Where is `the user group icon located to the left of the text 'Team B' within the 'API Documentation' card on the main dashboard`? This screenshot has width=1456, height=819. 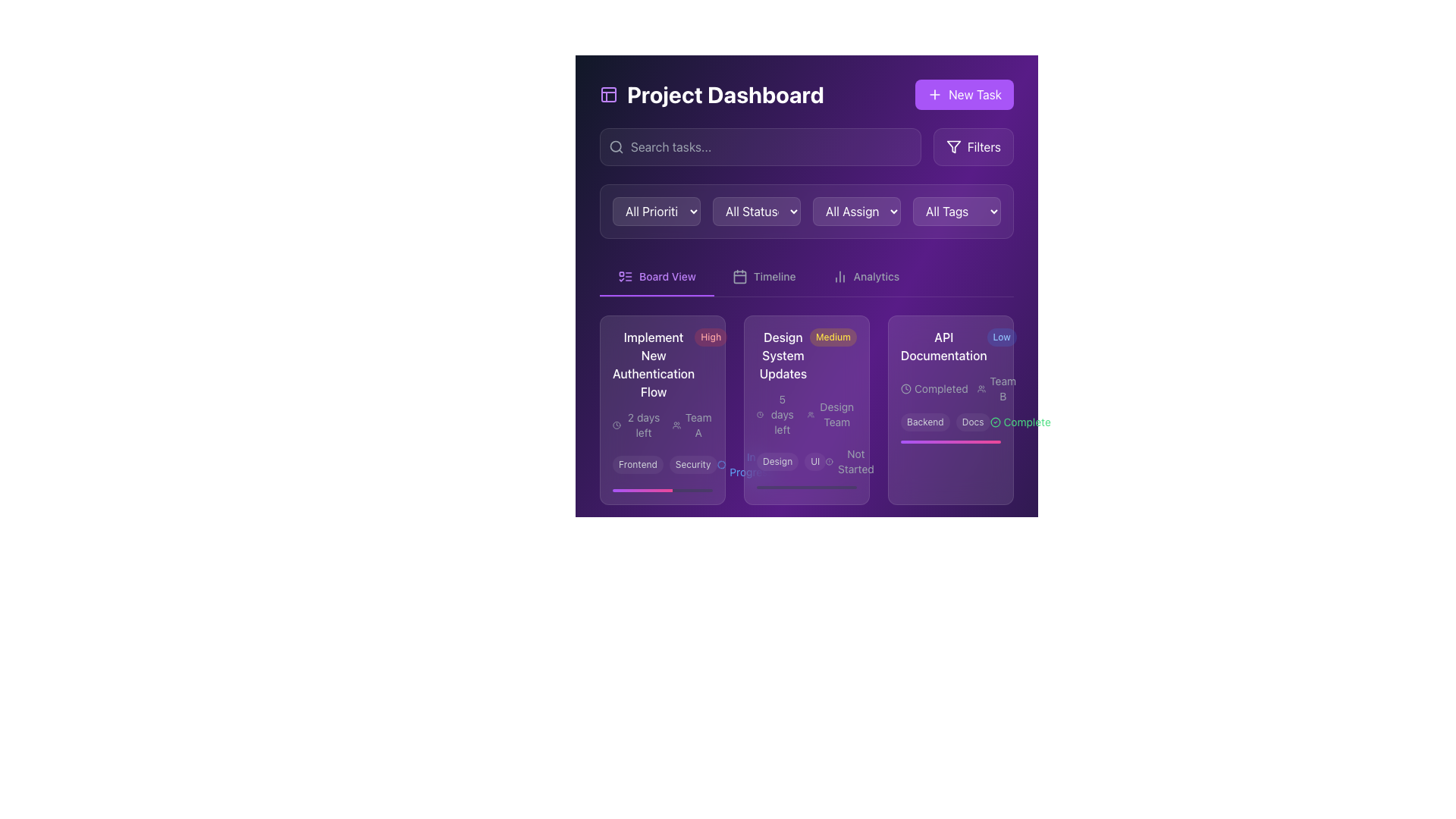
the user group icon located to the left of the text 'Team B' within the 'API Documentation' card on the main dashboard is located at coordinates (981, 388).